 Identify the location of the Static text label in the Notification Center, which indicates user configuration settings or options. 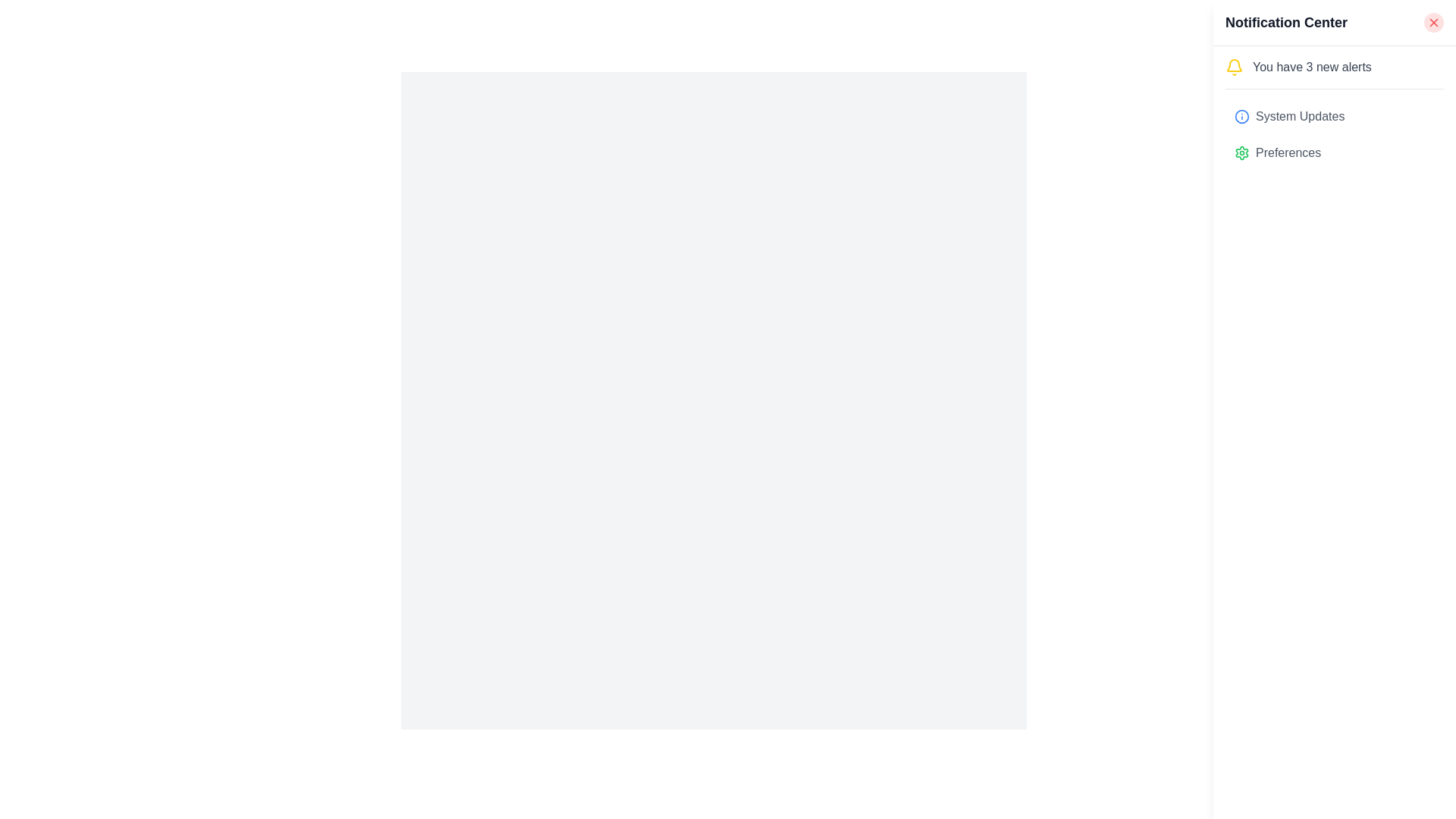
(1288, 152).